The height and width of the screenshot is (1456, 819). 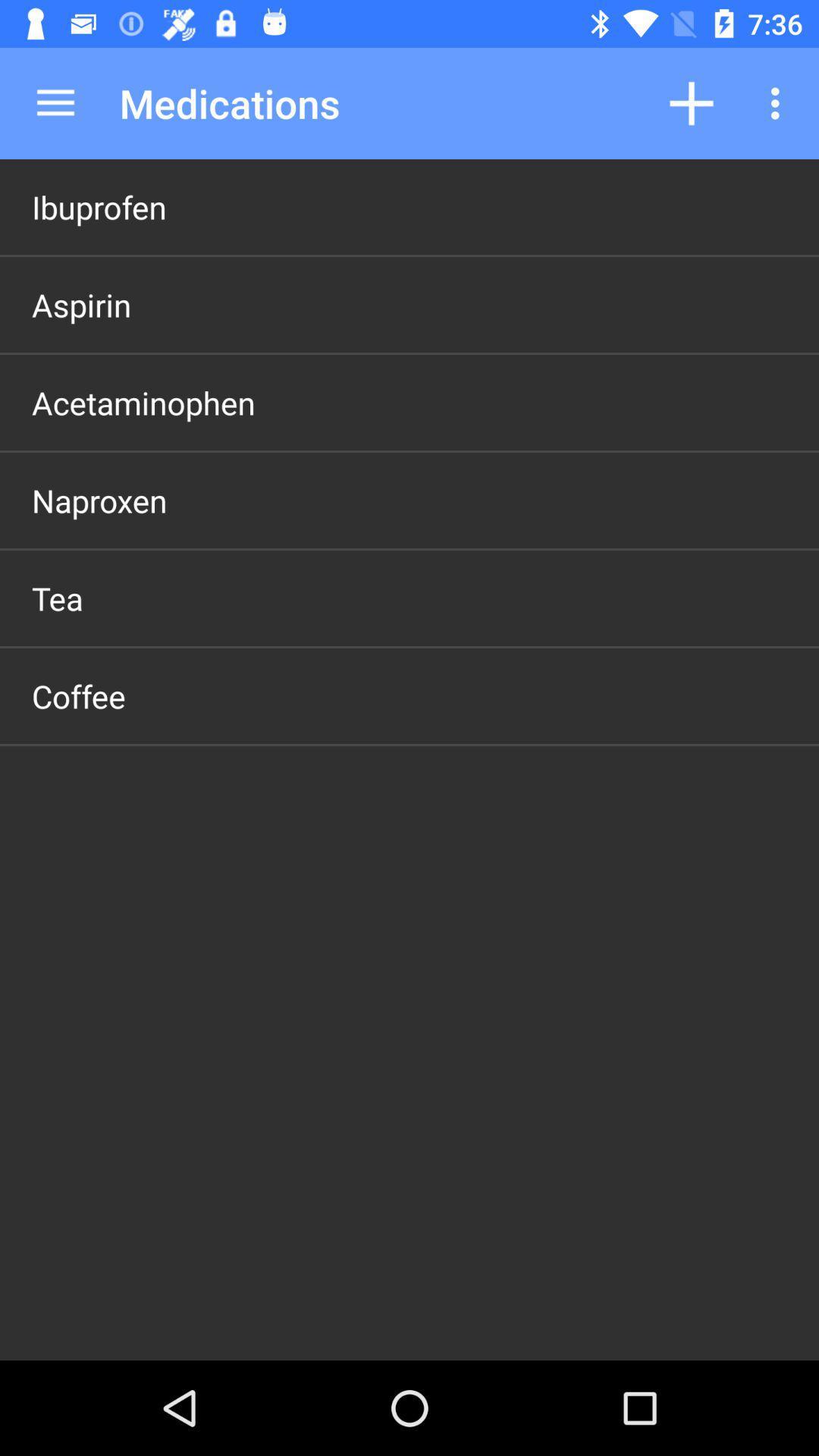 I want to click on app next to medications item, so click(x=691, y=102).